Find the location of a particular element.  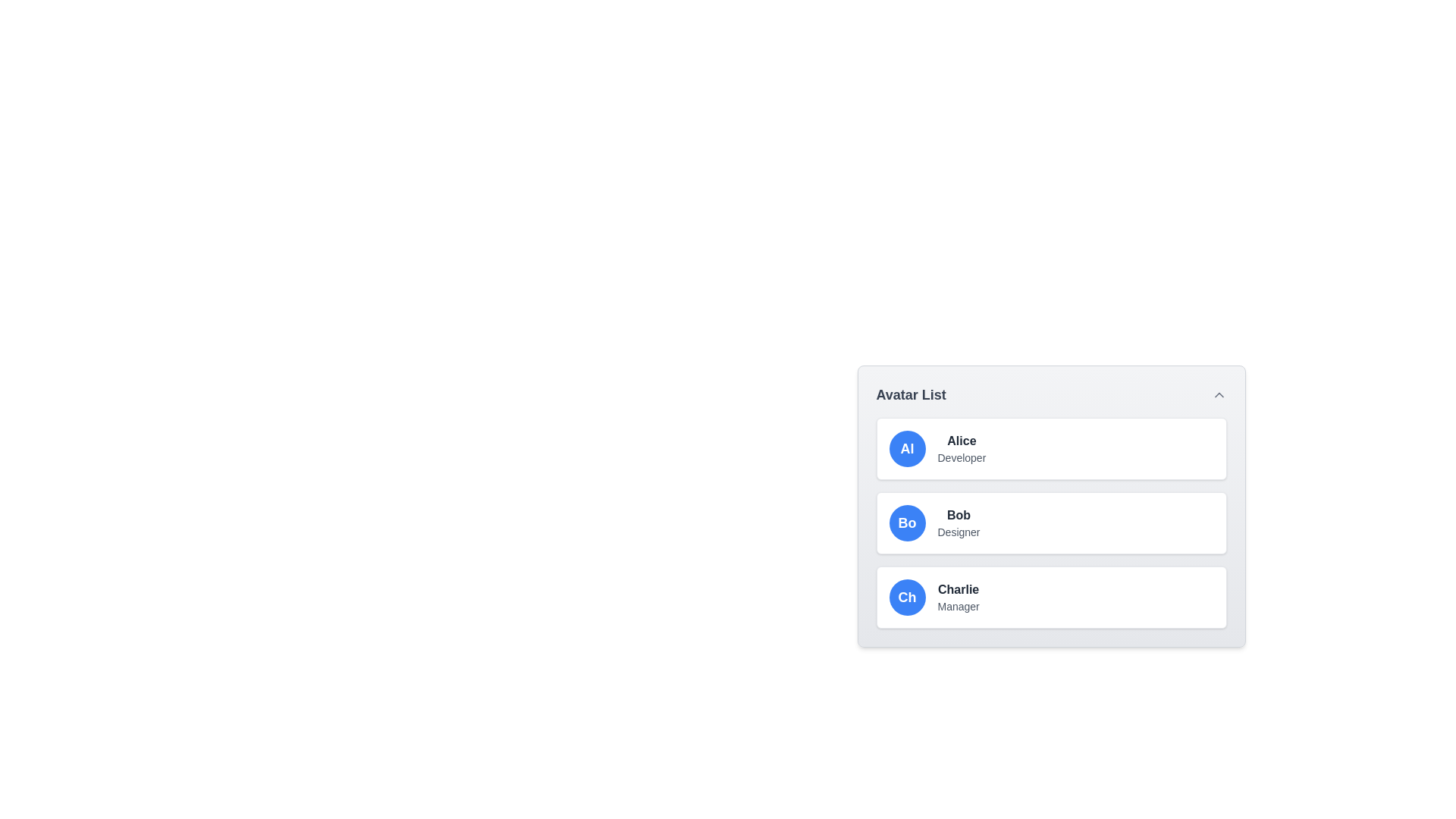

the Profile Avatar representing the user 'Alice' located to the left of the 'Alice' text in the vertical list is located at coordinates (907, 447).